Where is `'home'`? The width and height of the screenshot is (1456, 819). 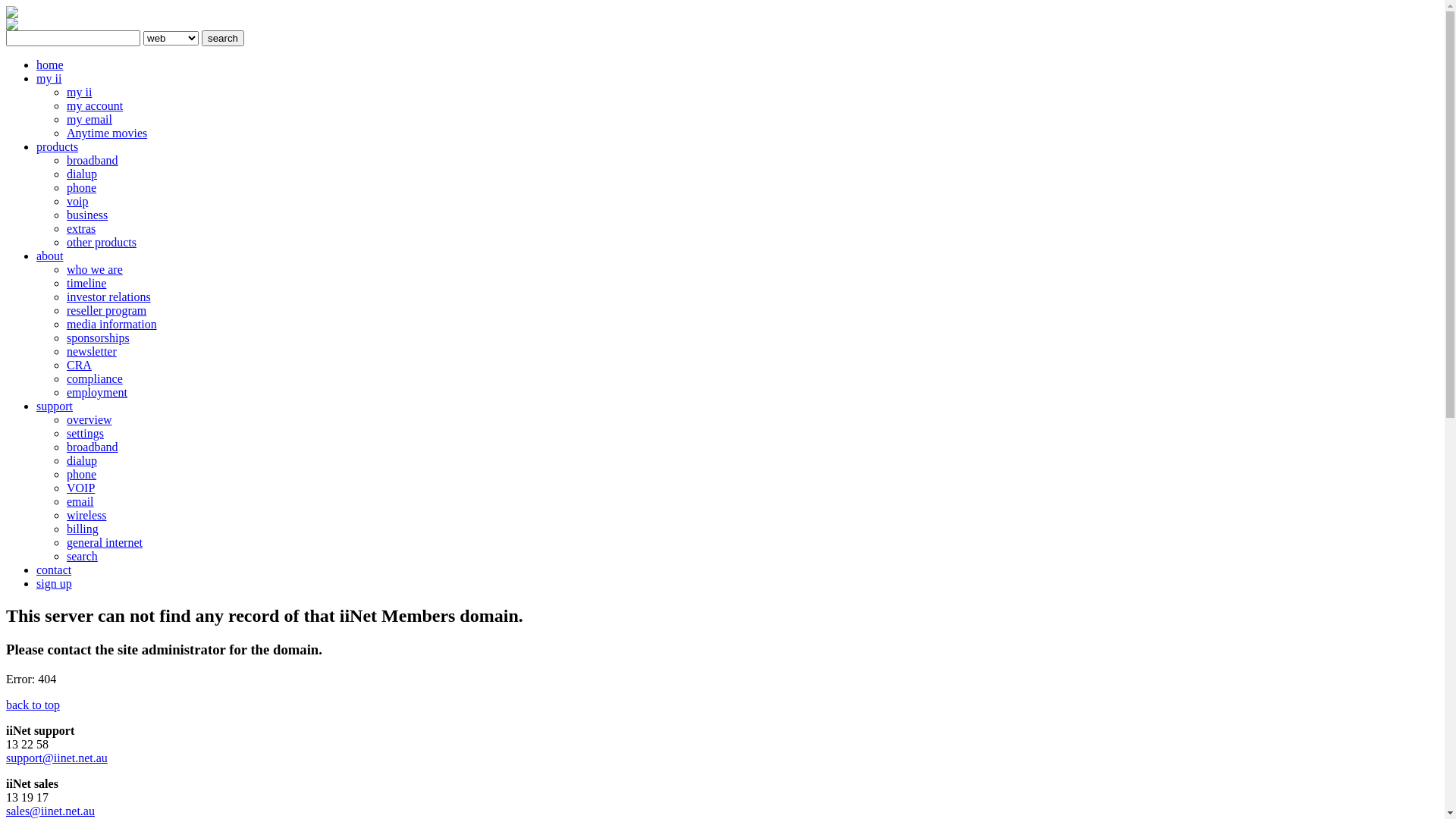 'home' is located at coordinates (50, 64).